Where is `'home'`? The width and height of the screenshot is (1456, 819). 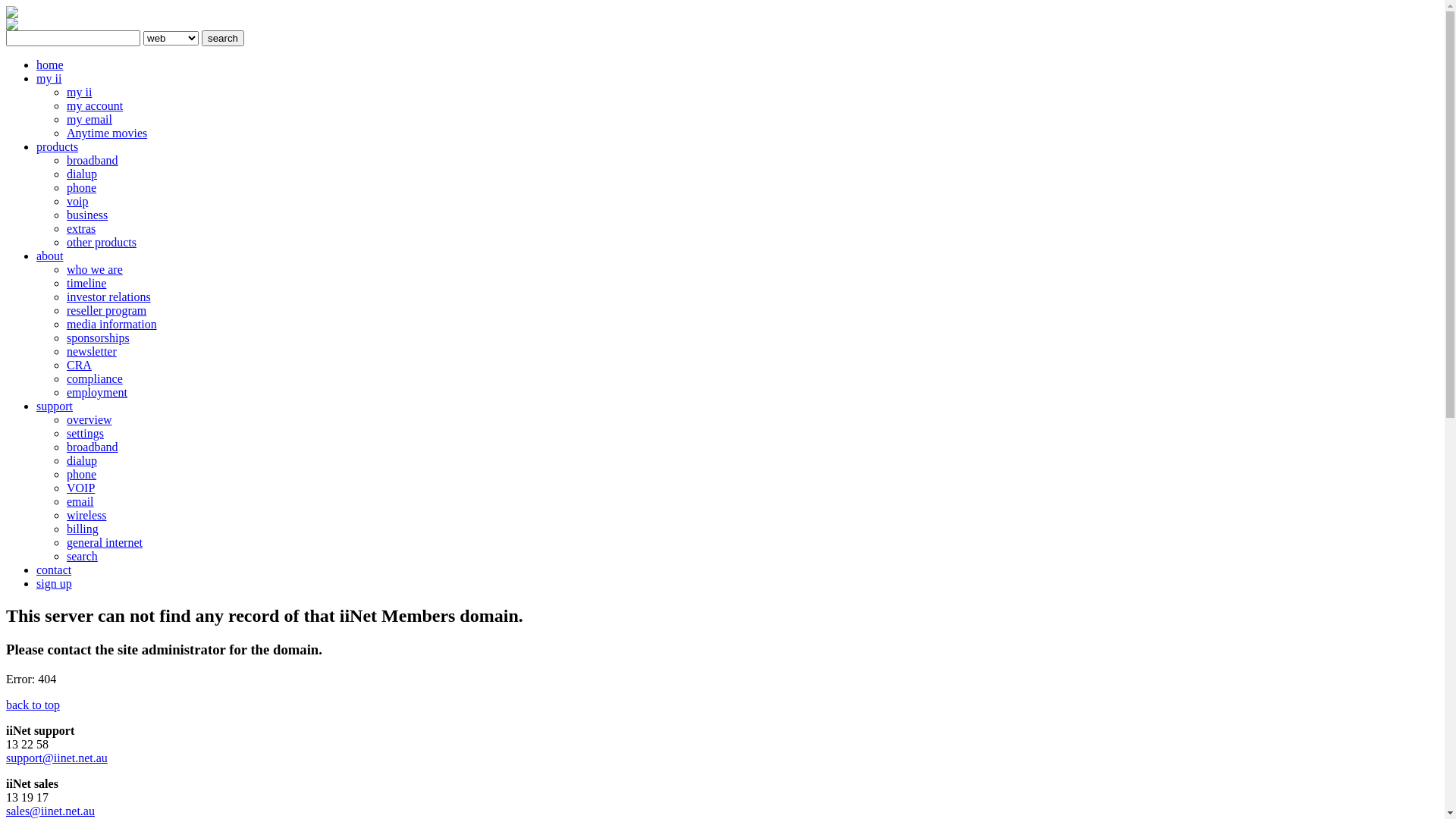 'home' is located at coordinates (50, 64).